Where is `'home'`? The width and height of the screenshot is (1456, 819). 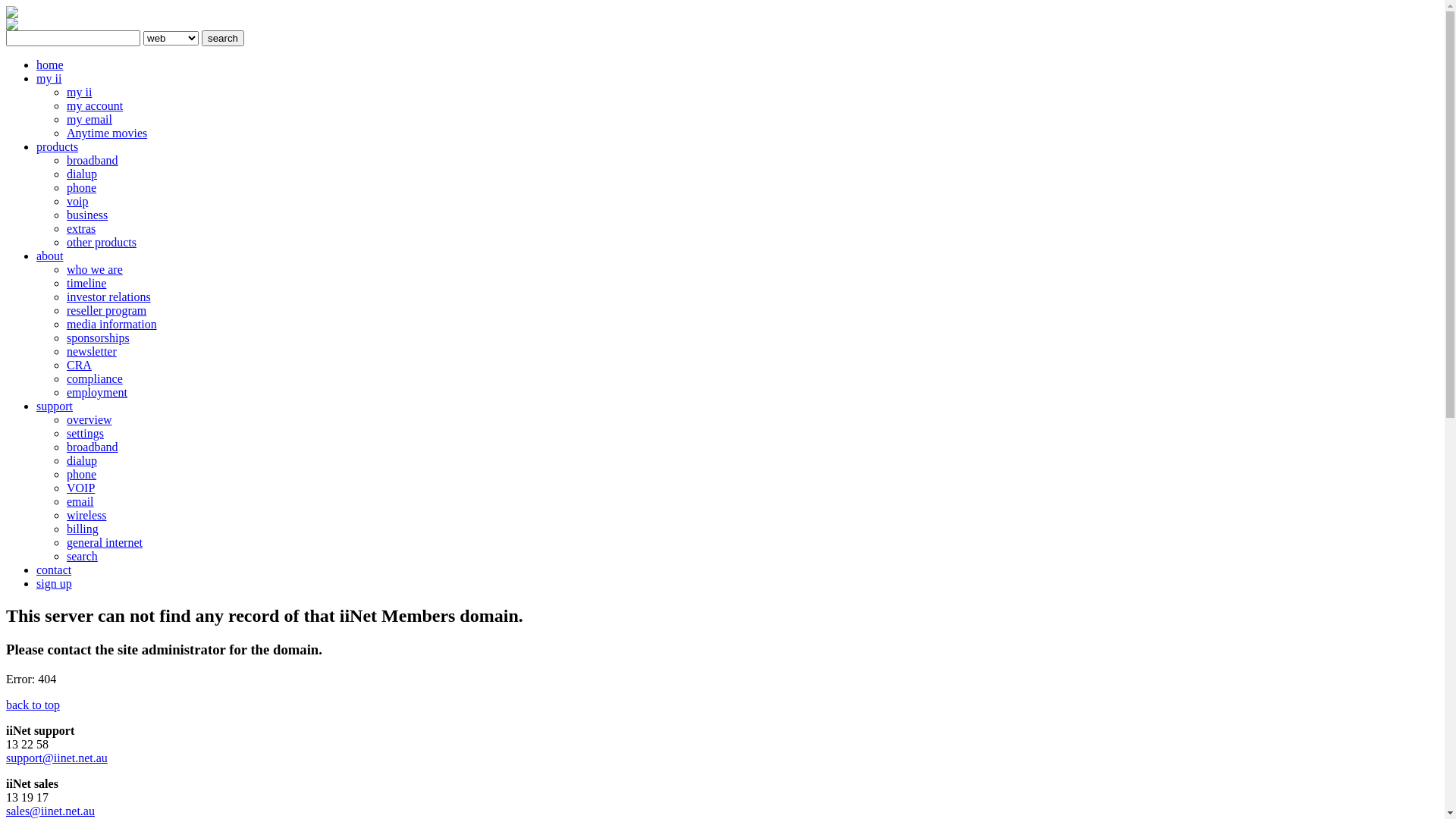 'home' is located at coordinates (50, 64).